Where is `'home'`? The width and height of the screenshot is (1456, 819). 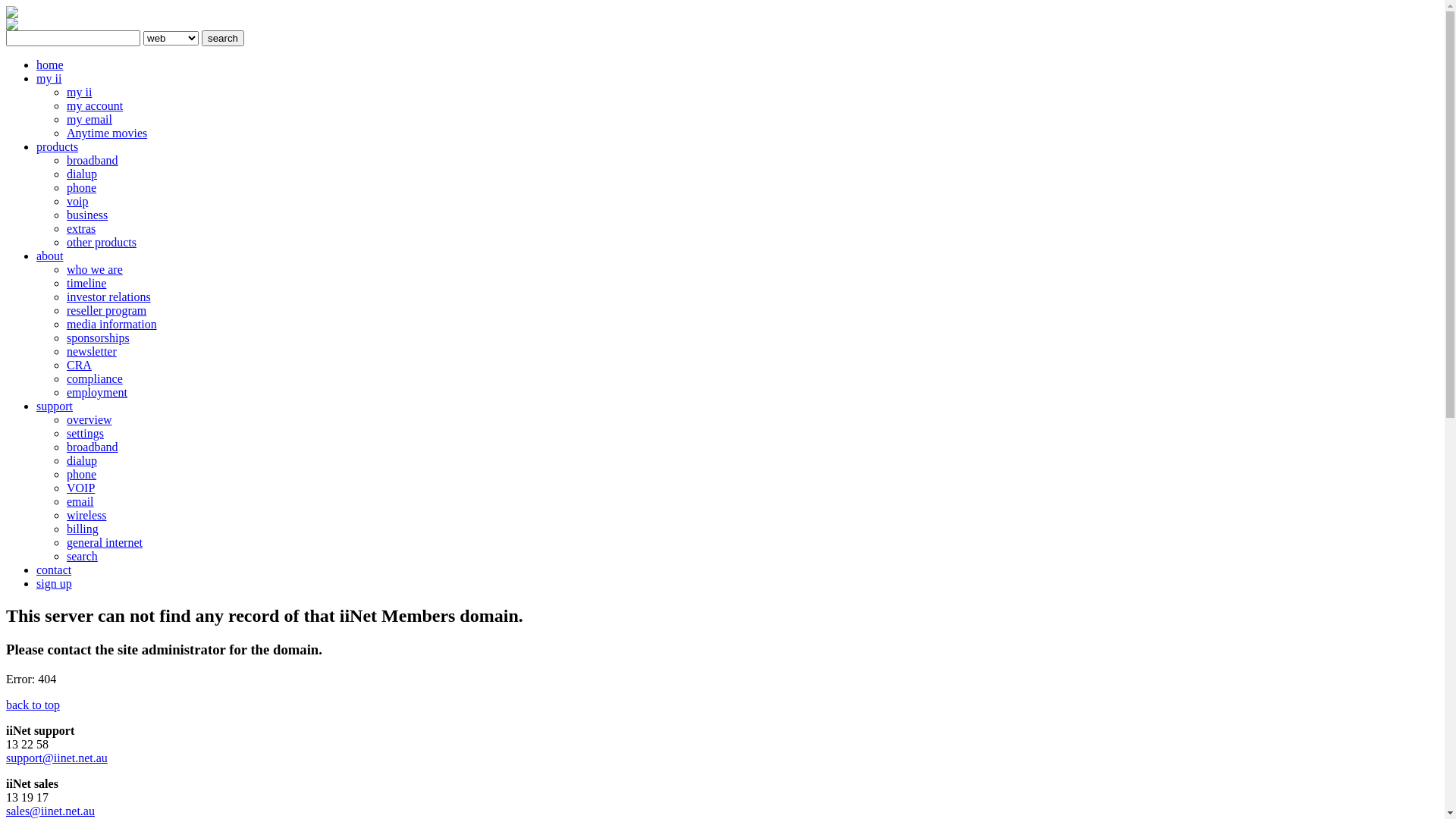 'home' is located at coordinates (50, 64).